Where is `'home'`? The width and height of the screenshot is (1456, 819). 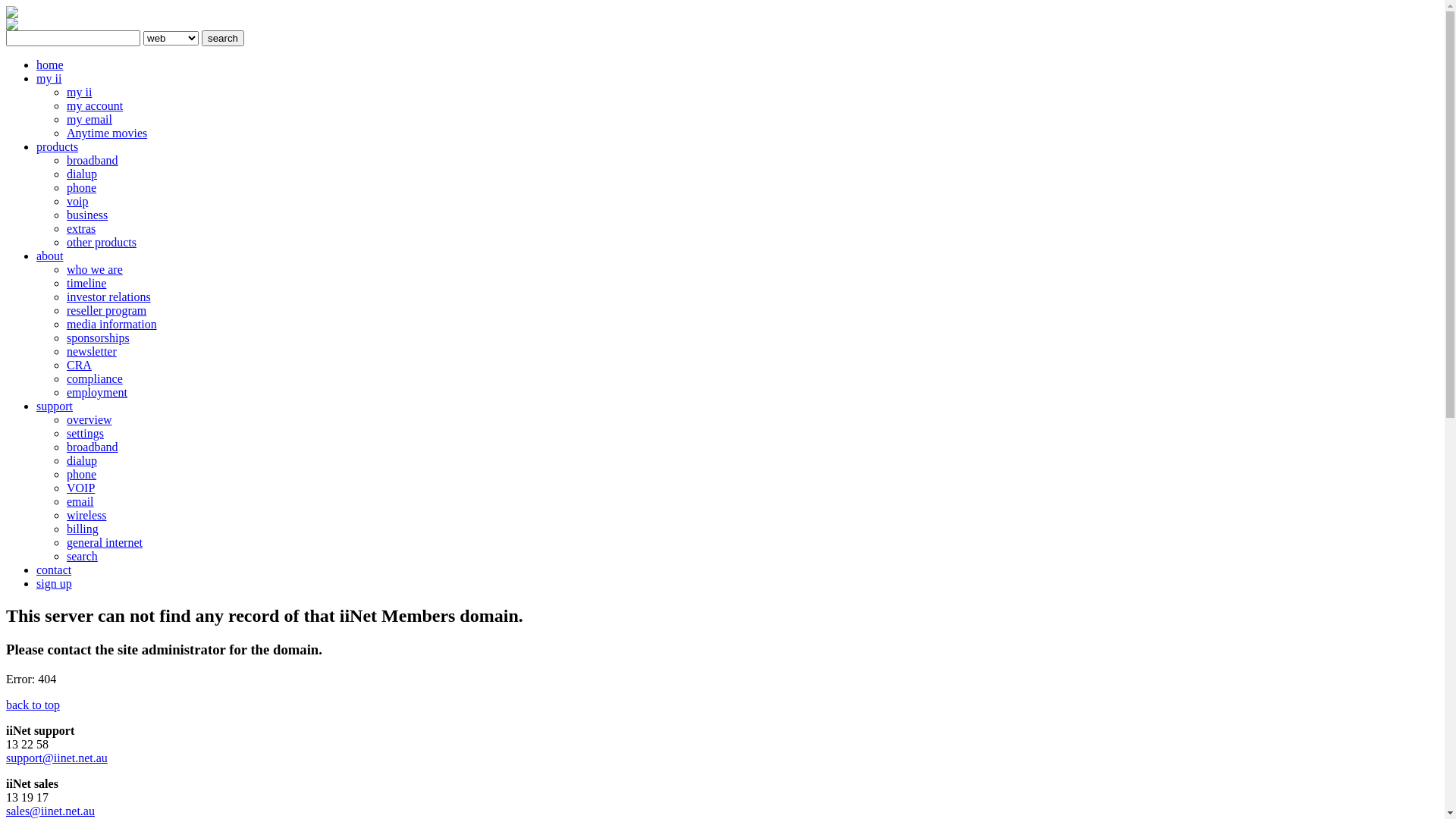 'home' is located at coordinates (50, 64).